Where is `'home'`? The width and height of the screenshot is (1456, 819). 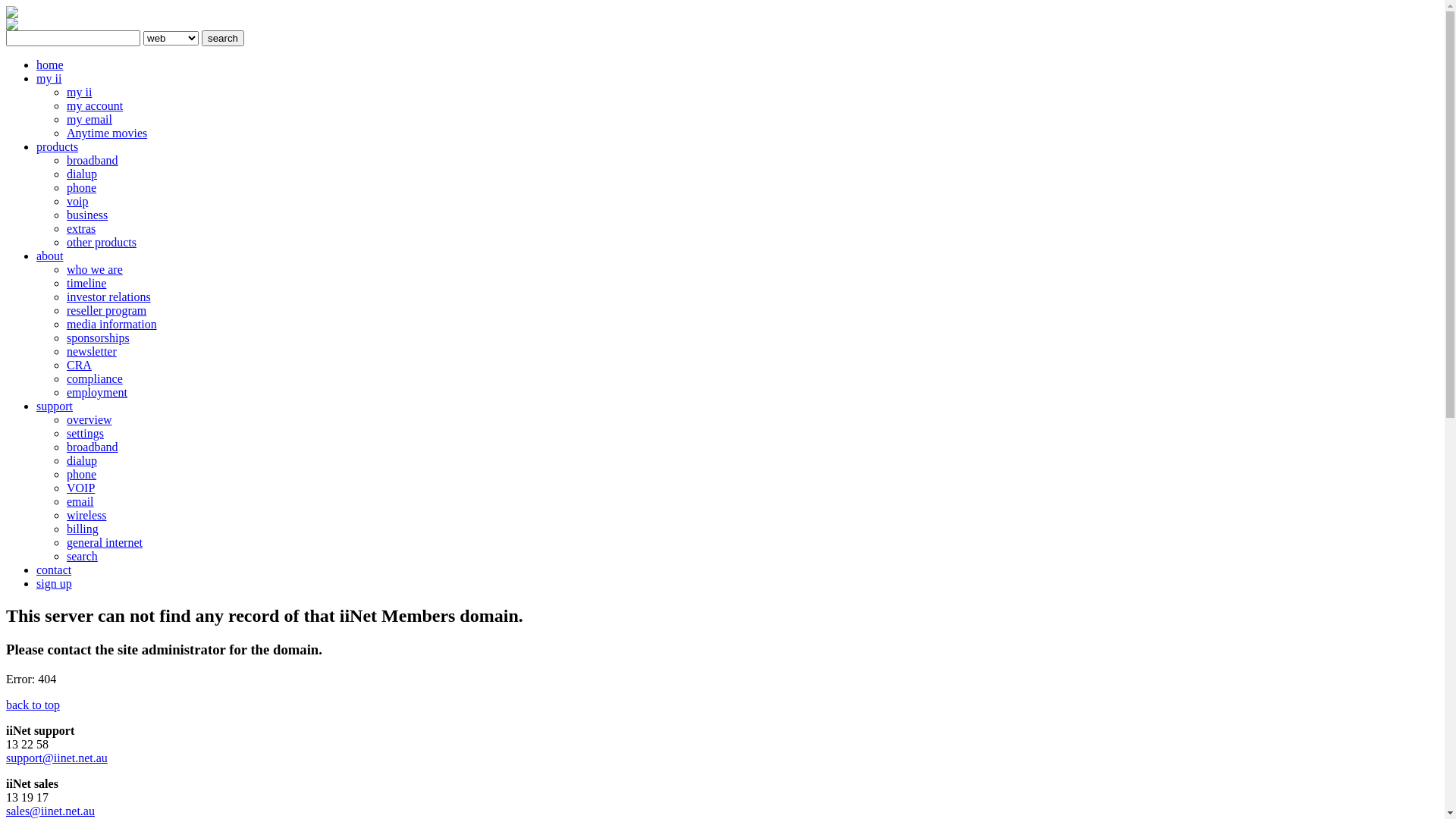 'home' is located at coordinates (50, 64).